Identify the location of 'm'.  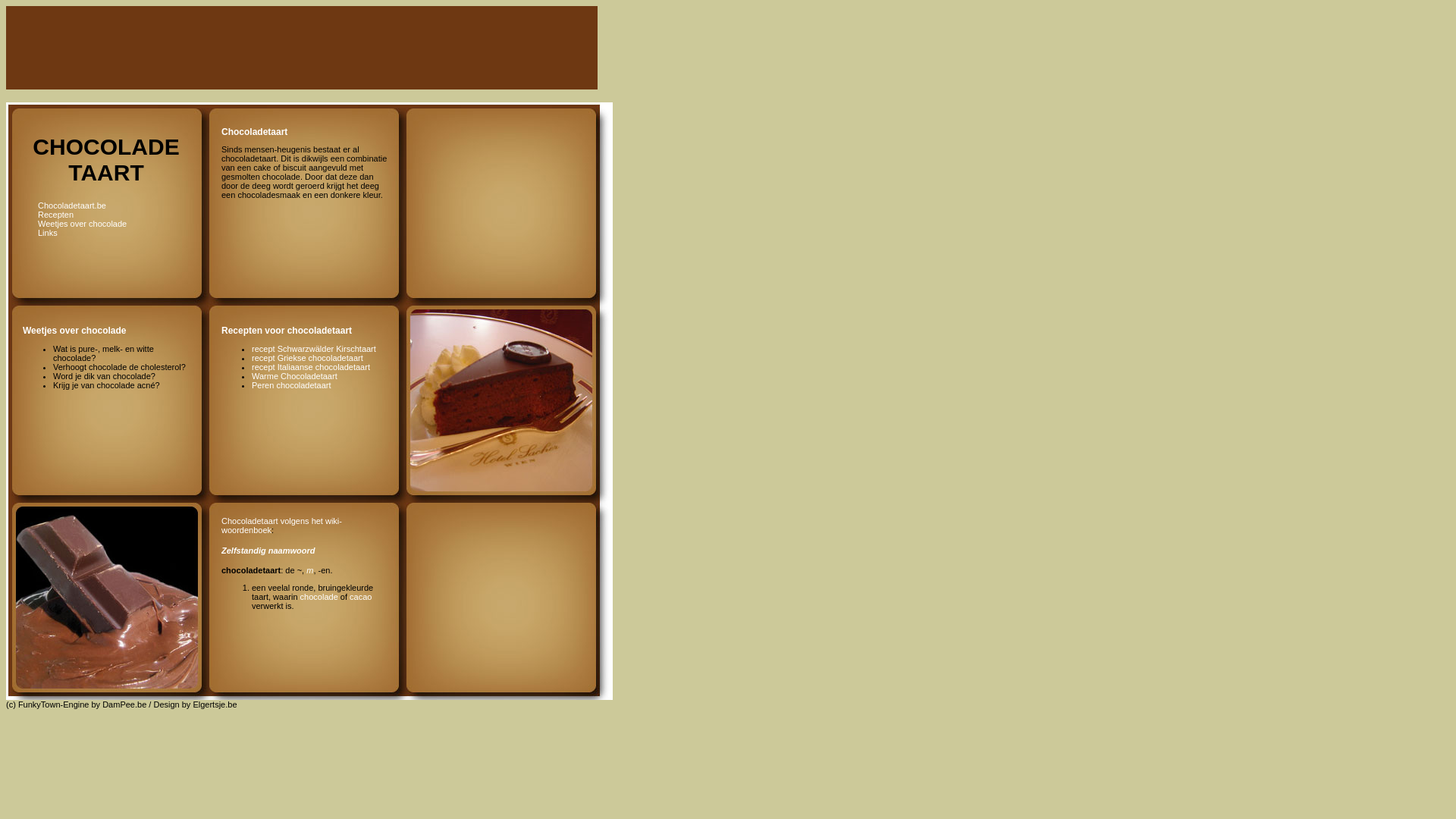
(309, 570).